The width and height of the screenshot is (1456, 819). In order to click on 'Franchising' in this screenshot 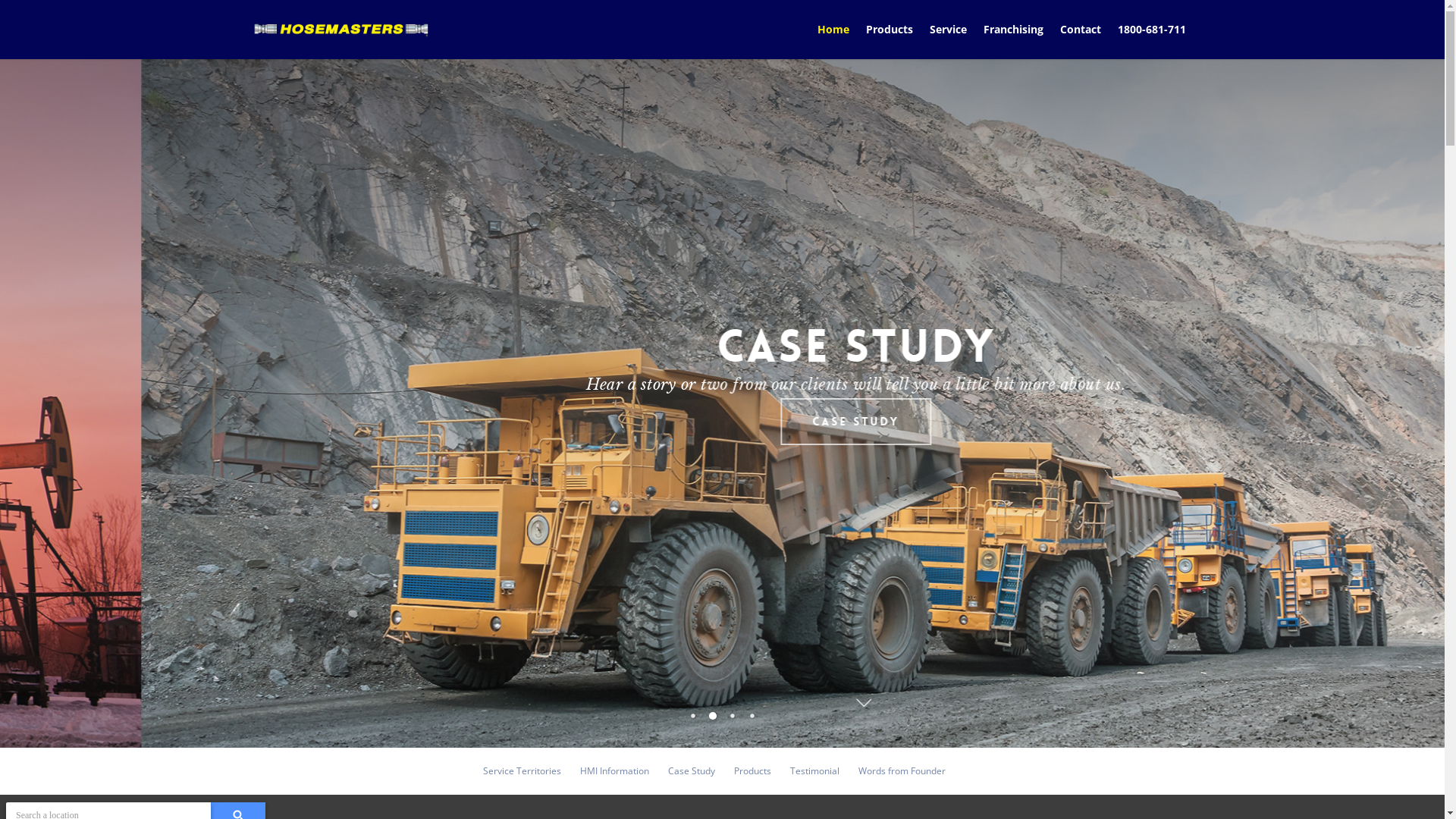, I will do `click(1013, 39)`.